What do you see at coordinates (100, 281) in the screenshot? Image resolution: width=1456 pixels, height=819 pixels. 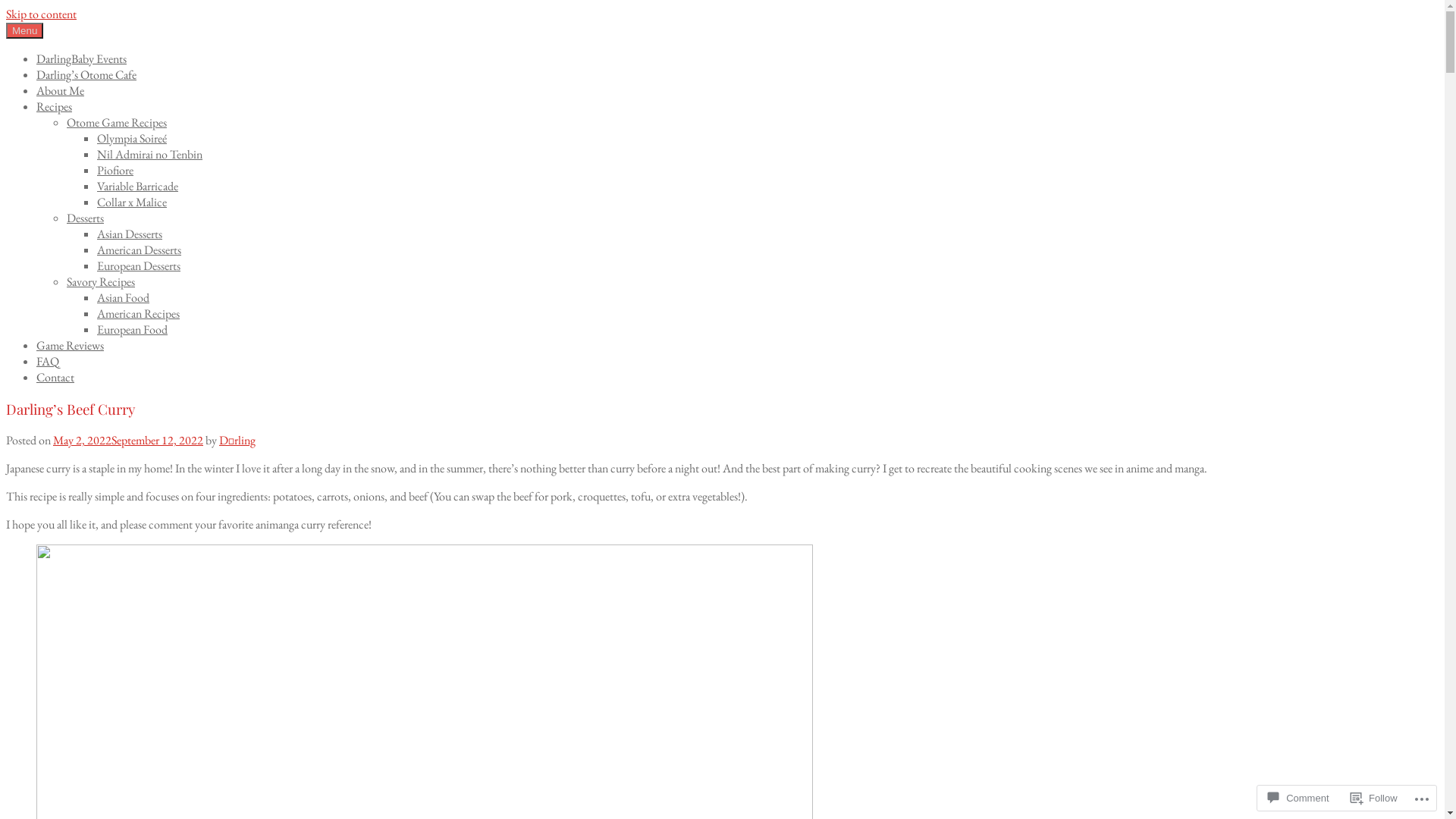 I see `'Savory Recipes'` at bounding box center [100, 281].